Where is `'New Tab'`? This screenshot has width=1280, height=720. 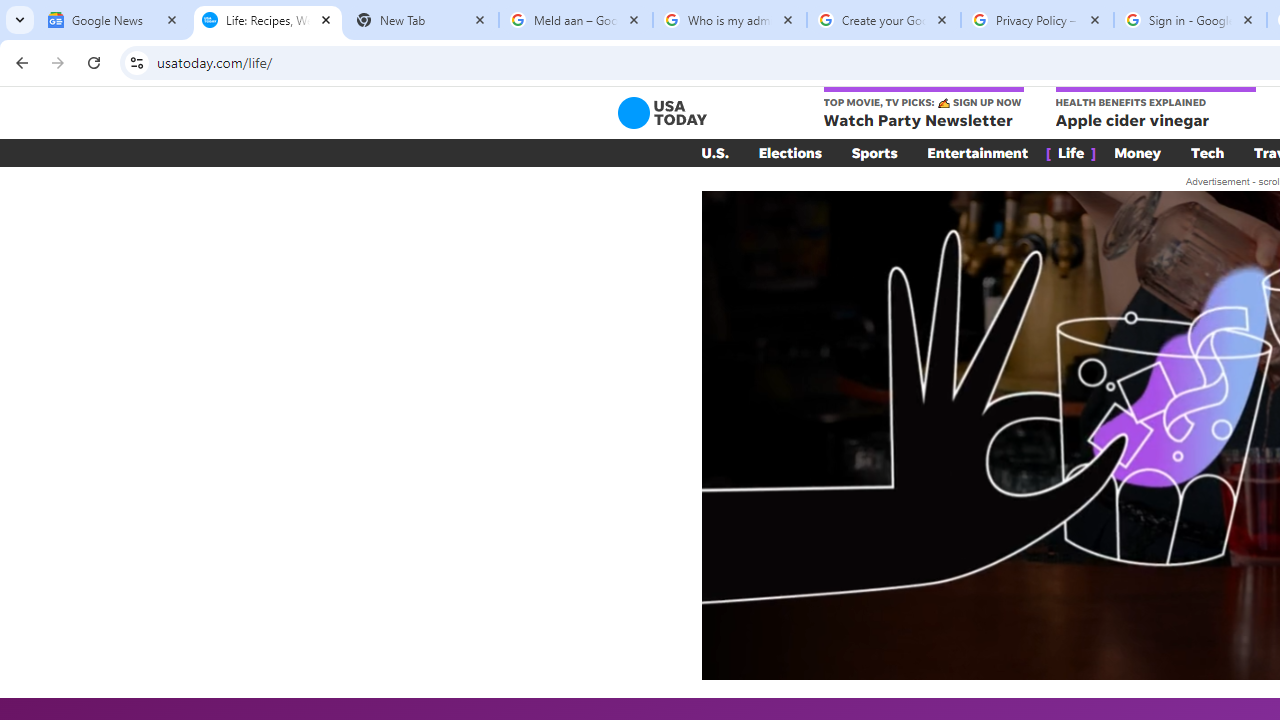
'New Tab' is located at coordinates (420, 20).